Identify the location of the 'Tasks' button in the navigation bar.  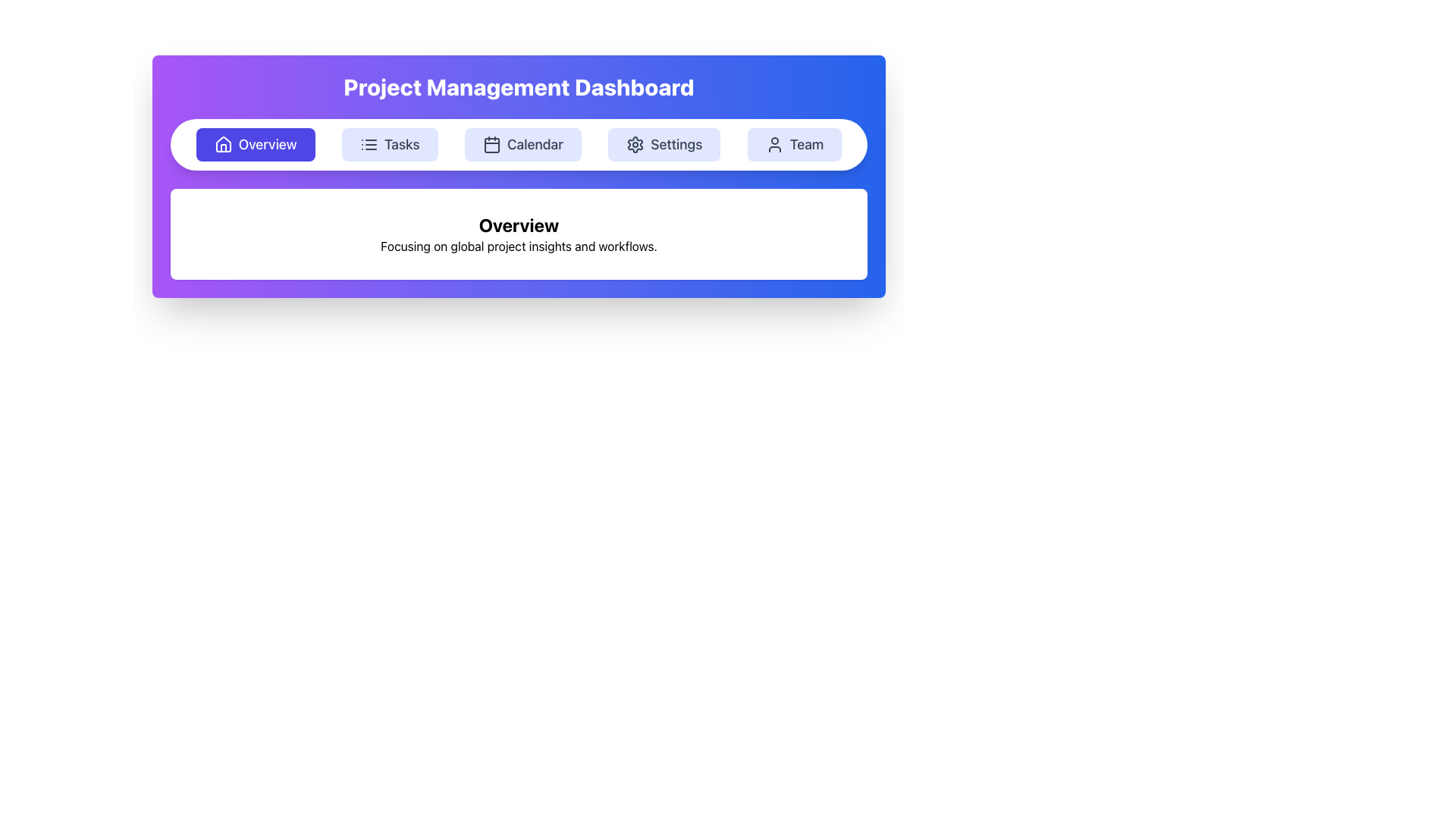
(390, 145).